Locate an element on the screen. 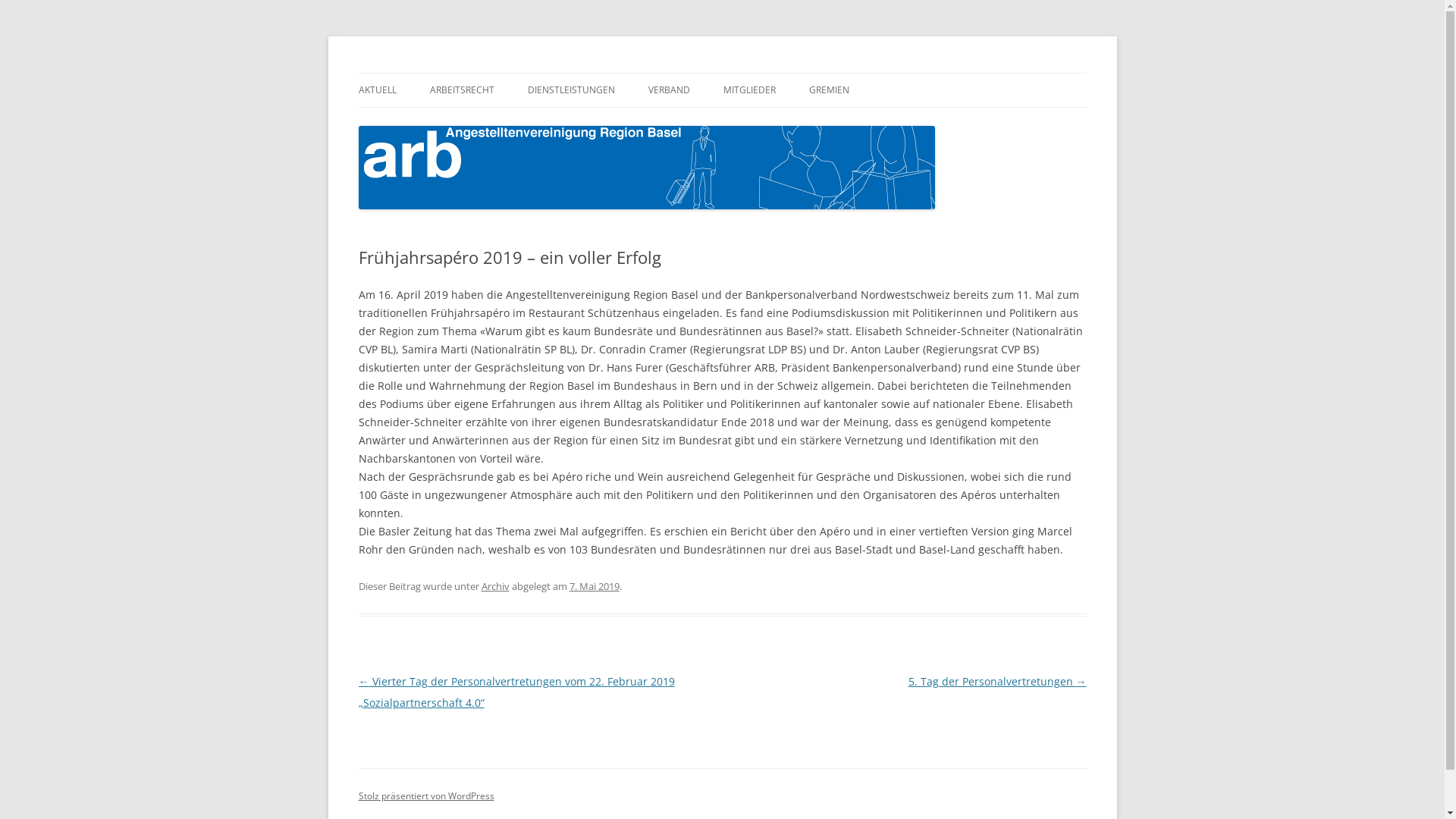 The height and width of the screenshot is (819, 1456). 'JAHRESBERICHTE' is located at coordinates (723, 121).